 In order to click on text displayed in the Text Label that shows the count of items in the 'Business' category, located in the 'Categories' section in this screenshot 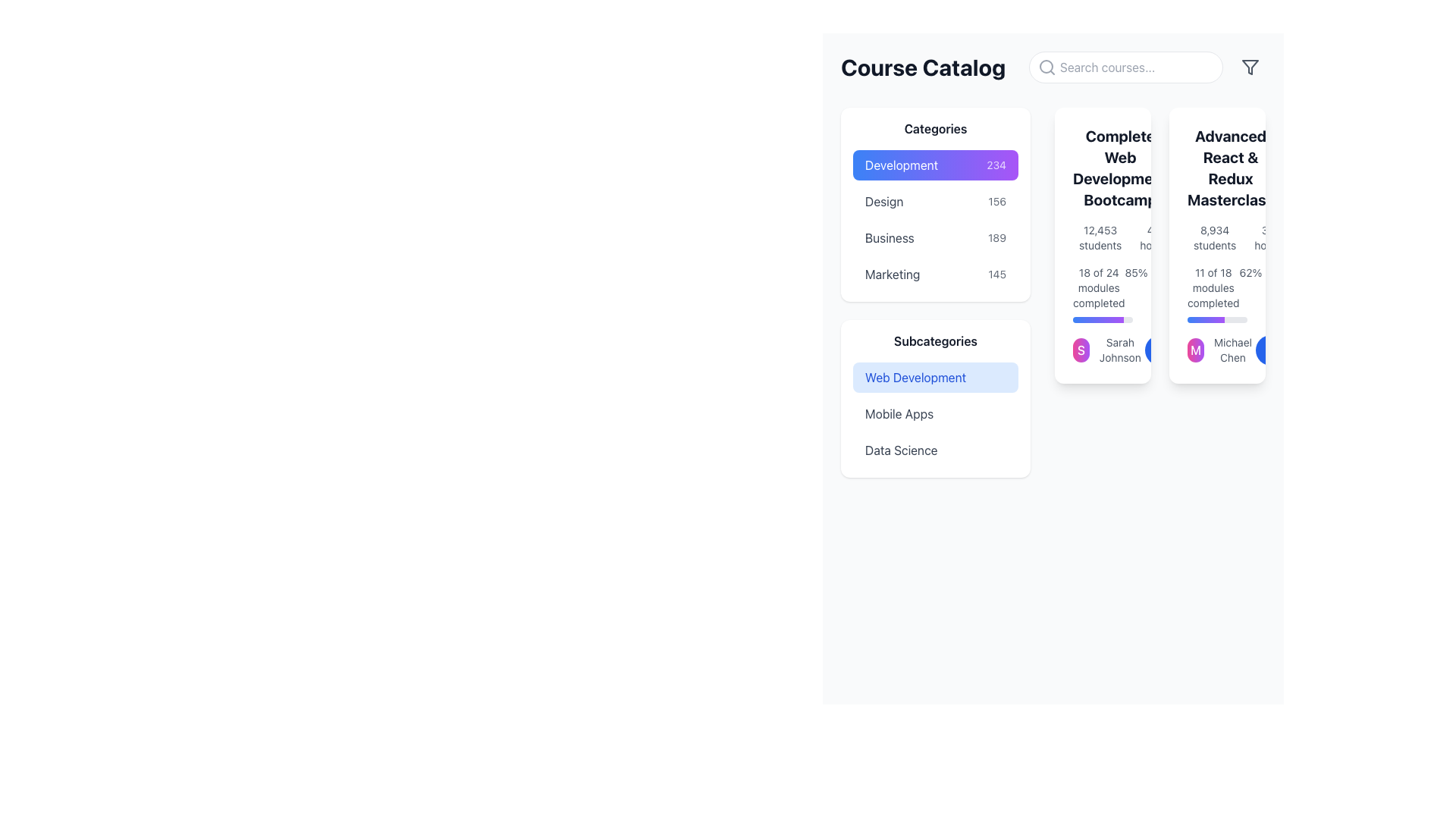, I will do `click(997, 237)`.